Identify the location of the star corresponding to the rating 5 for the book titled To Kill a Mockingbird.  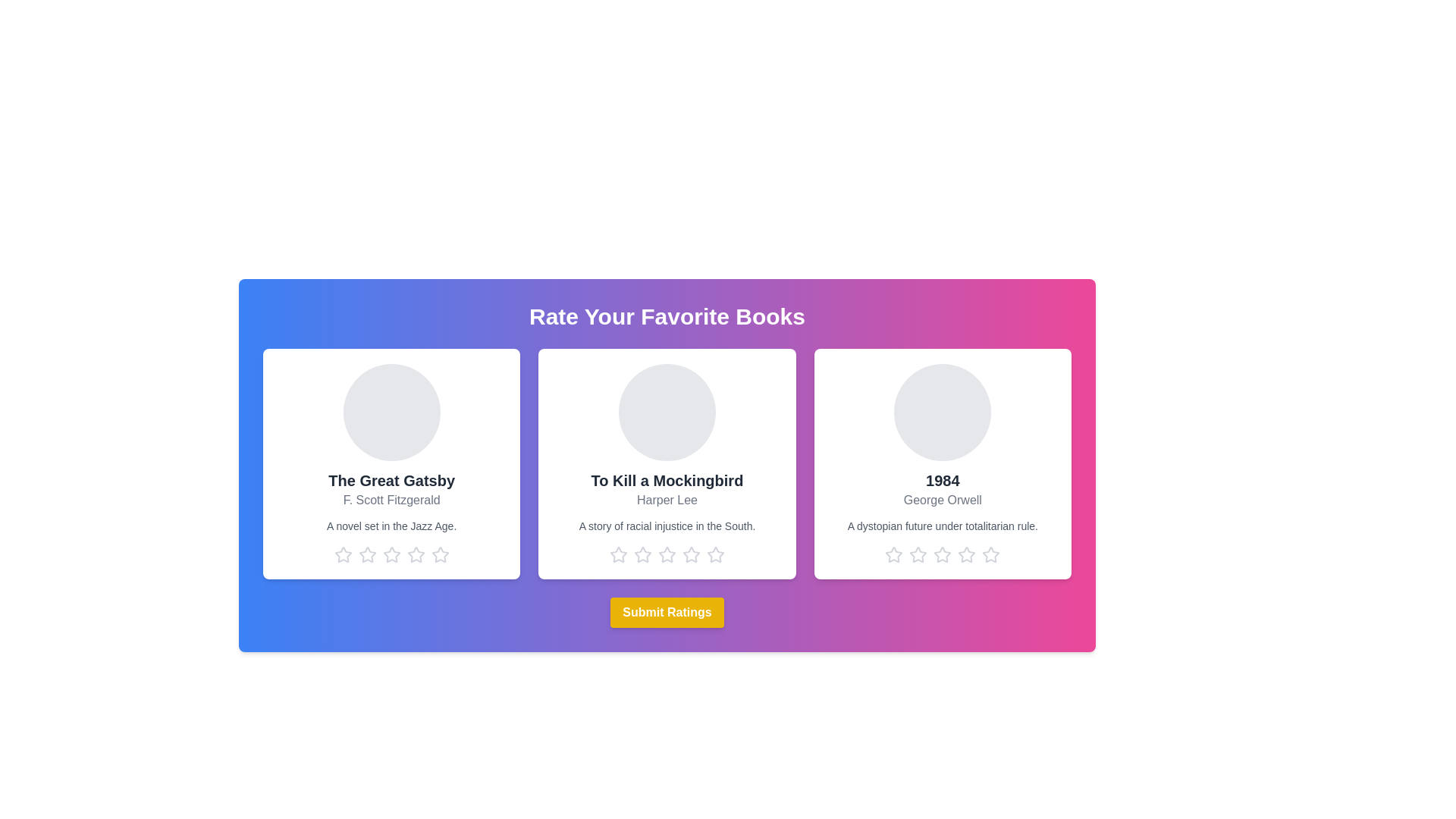
(715, 555).